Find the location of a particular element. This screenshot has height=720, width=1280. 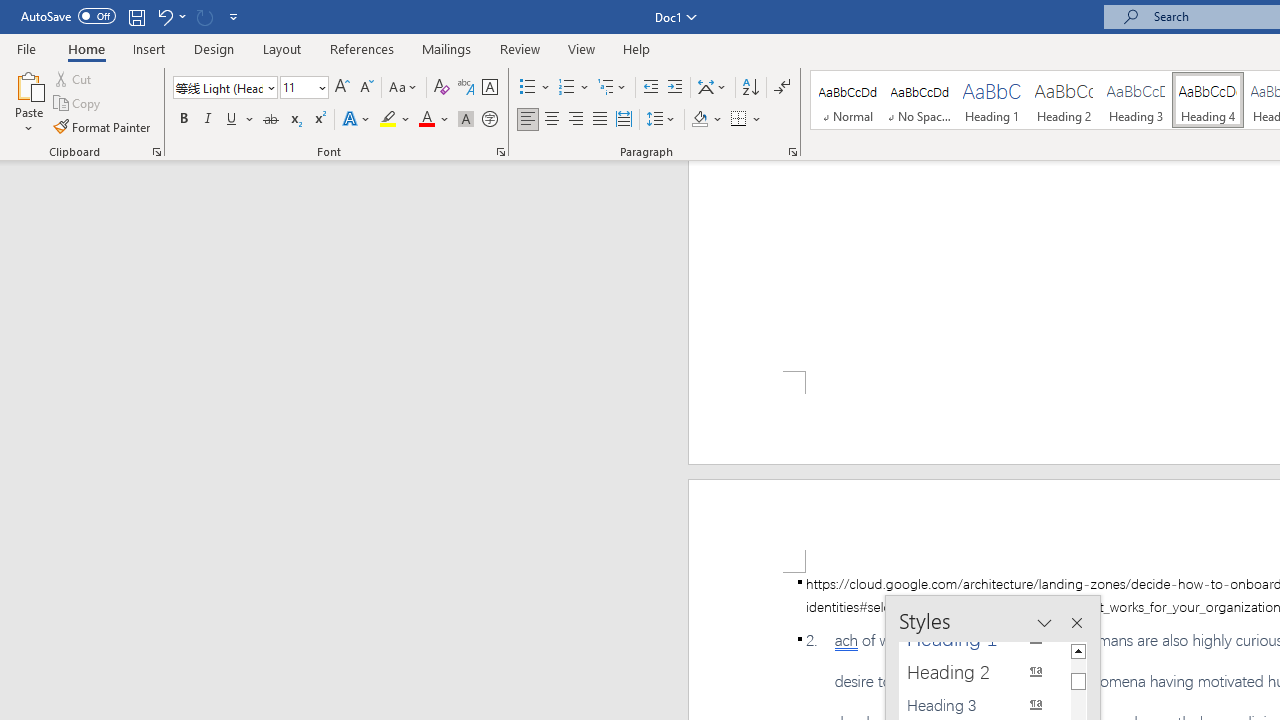

'Increase Indent' is located at coordinates (675, 86).